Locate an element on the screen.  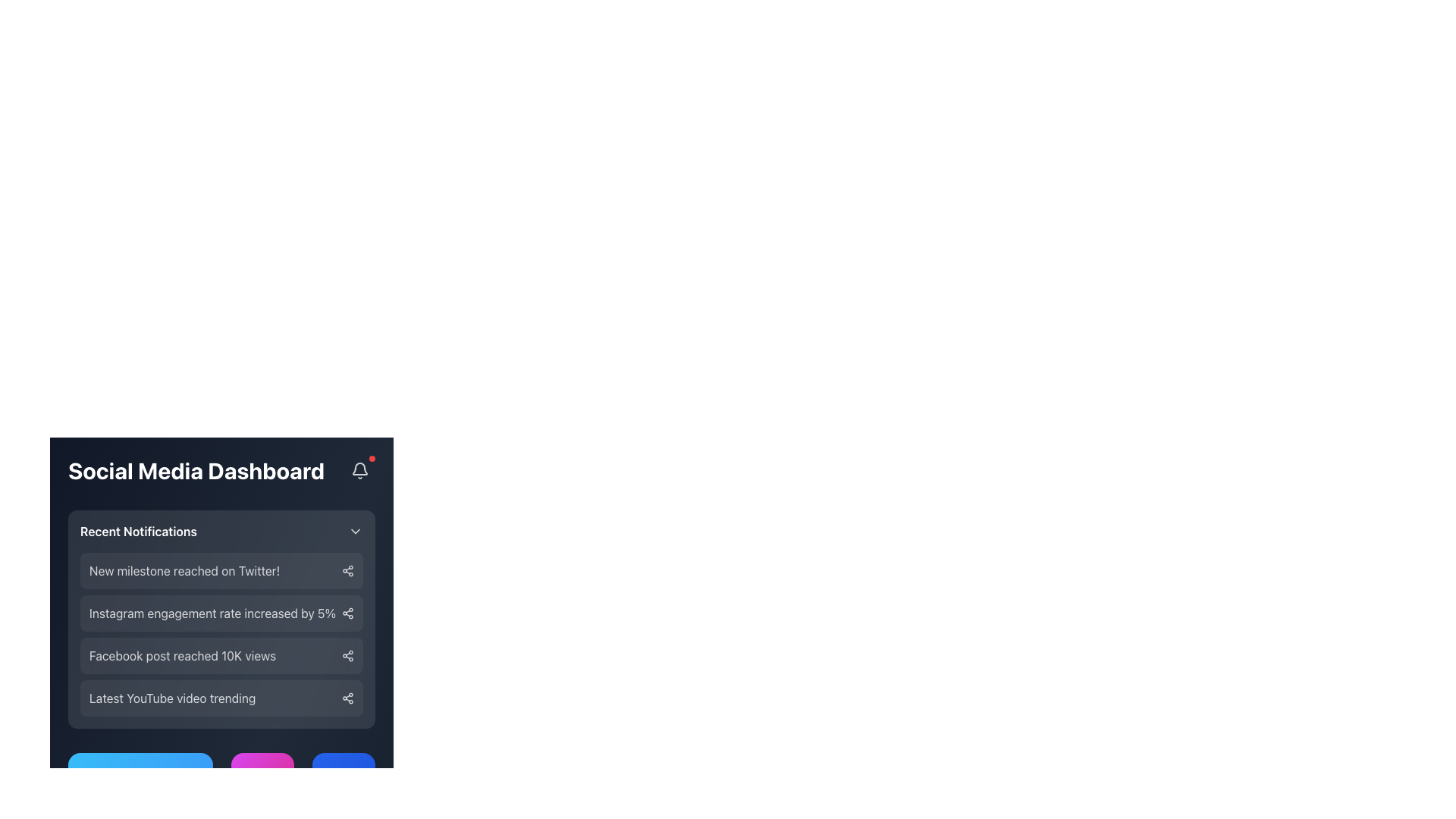
the notification card that displays 'Instagram engagement rate increased by 5%' in the 'Recent Notifications' section of the 'Social Media Dashboard' is located at coordinates (221, 620).